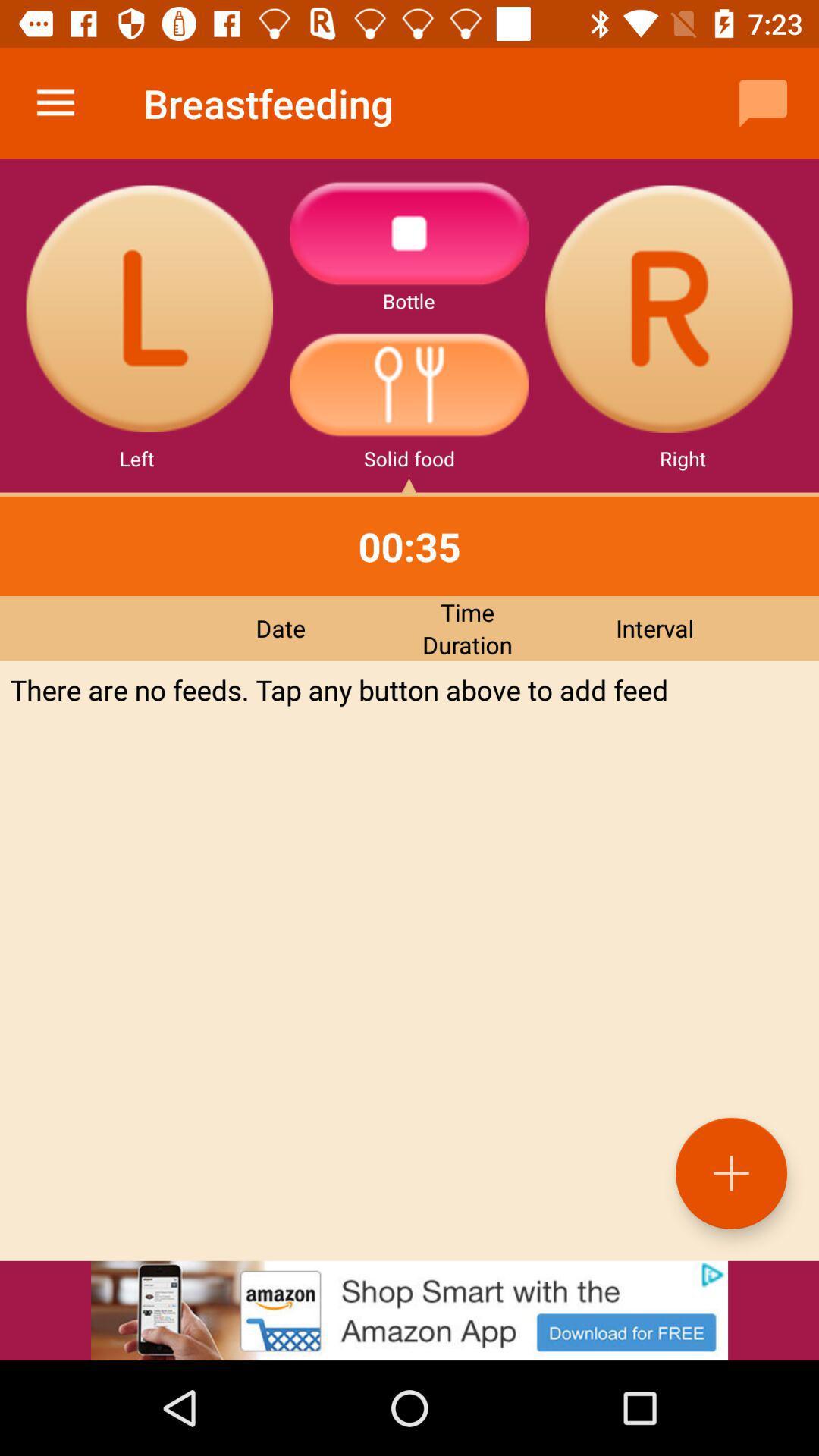 Image resolution: width=819 pixels, height=1456 pixels. Describe the element at coordinates (730, 1172) in the screenshot. I see `the add icon` at that location.